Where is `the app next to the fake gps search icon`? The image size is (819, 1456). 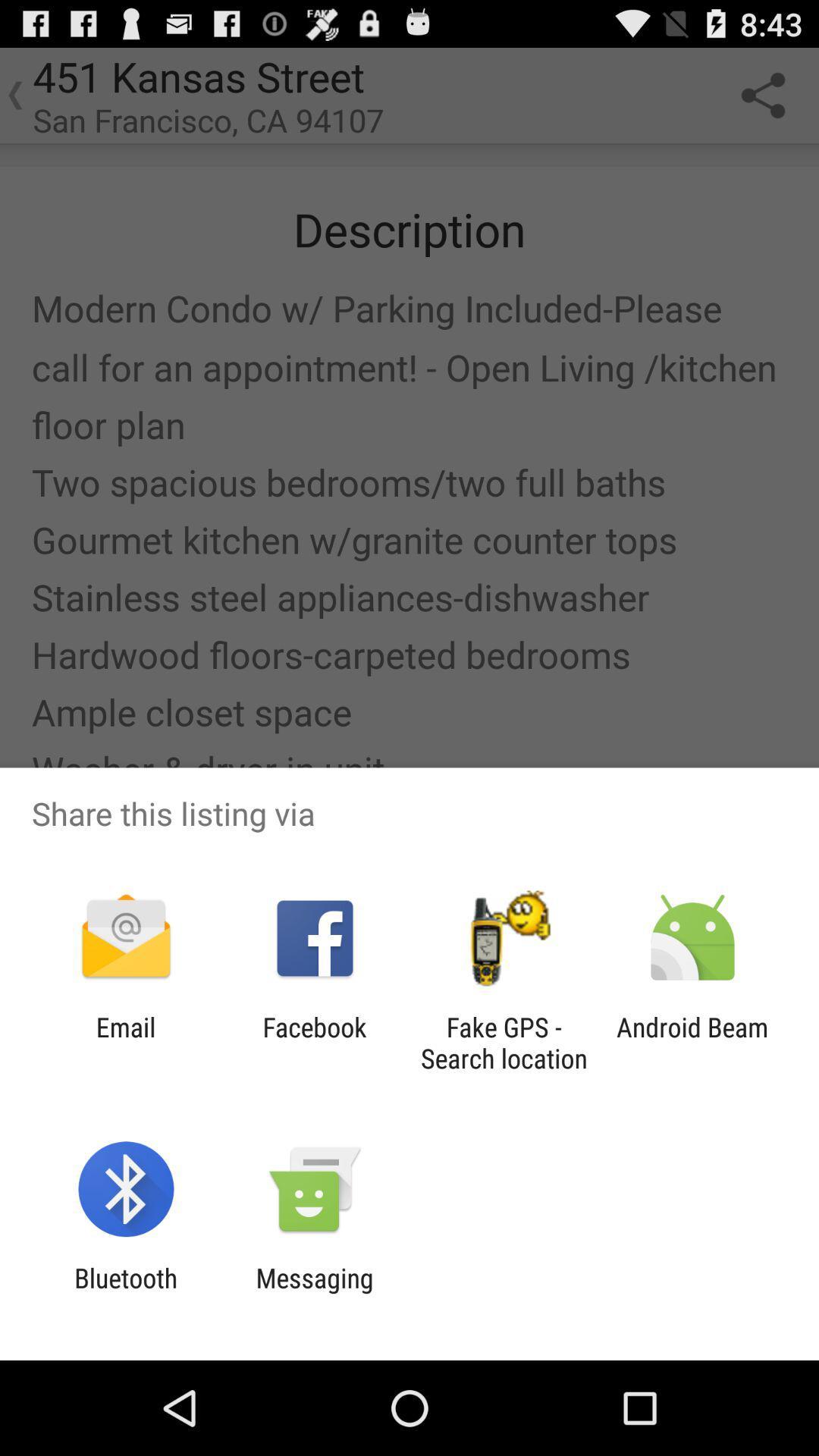 the app next to the fake gps search icon is located at coordinates (692, 1042).